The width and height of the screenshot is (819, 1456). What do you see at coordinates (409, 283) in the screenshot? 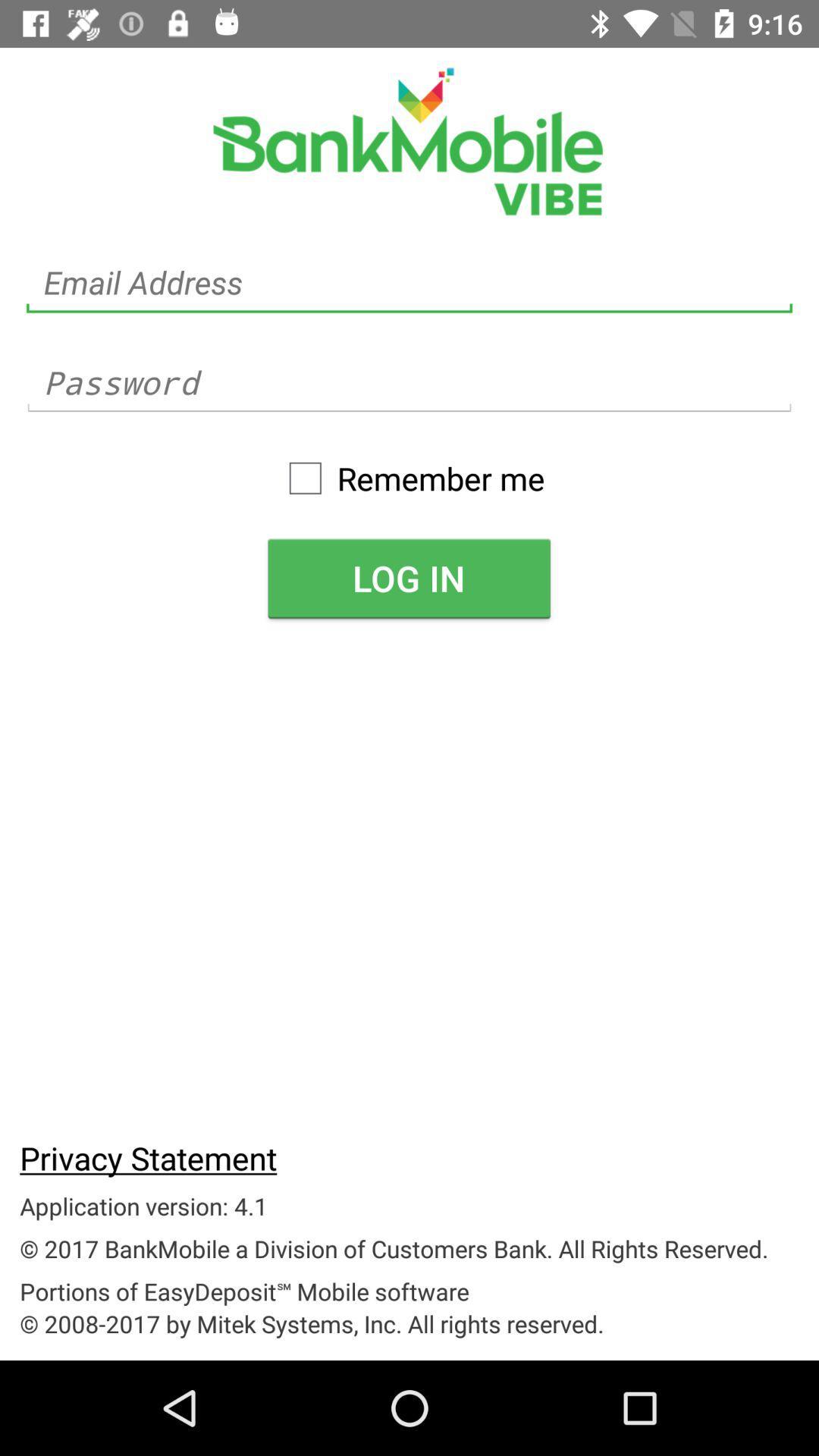
I see `email address` at bounding box center [409, 283].